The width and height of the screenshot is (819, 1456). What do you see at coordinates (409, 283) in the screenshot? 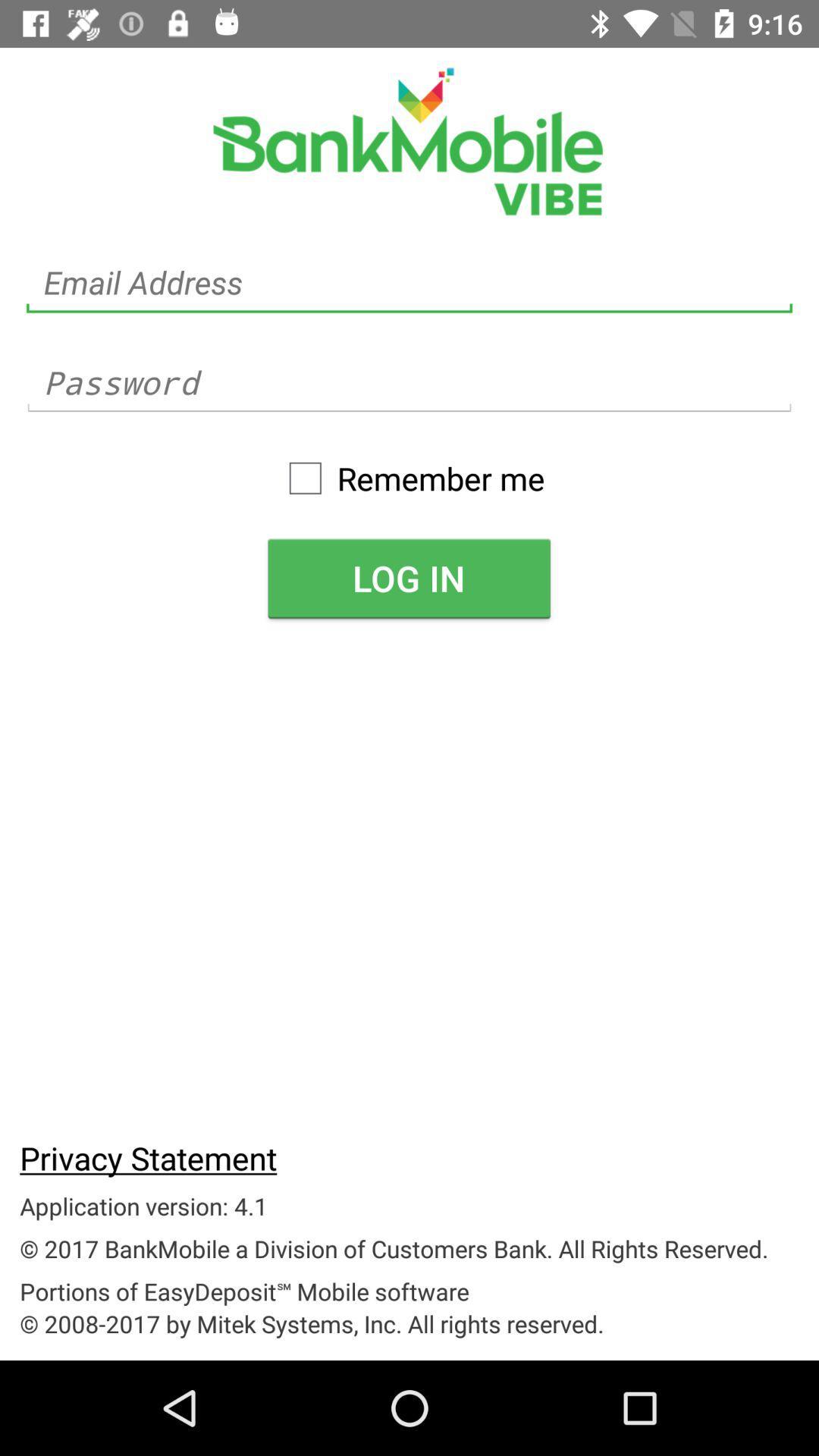
I see `email address` at bounding box center [409, 283].